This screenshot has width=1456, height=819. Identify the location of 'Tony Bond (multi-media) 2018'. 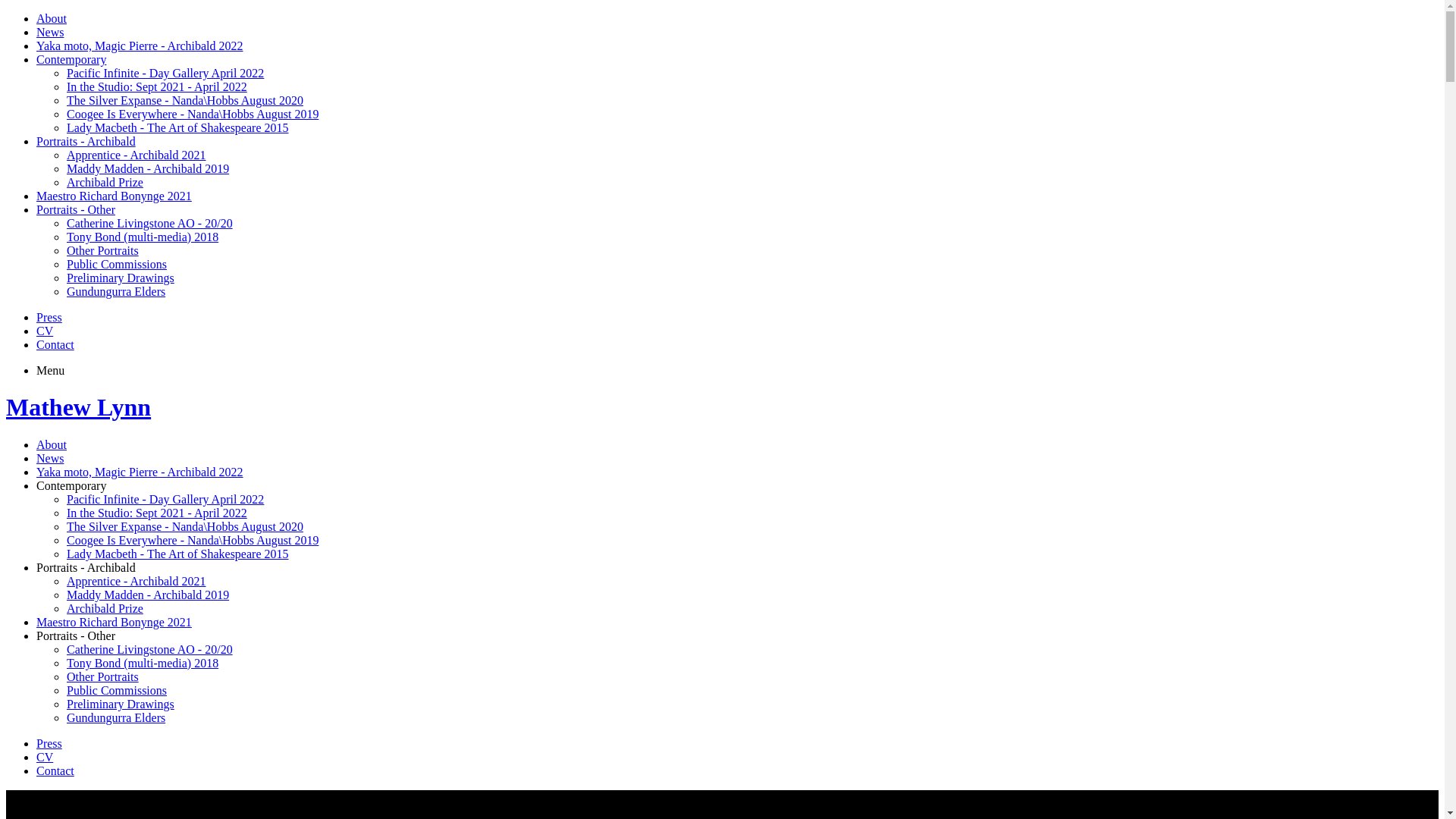
(142, 662).